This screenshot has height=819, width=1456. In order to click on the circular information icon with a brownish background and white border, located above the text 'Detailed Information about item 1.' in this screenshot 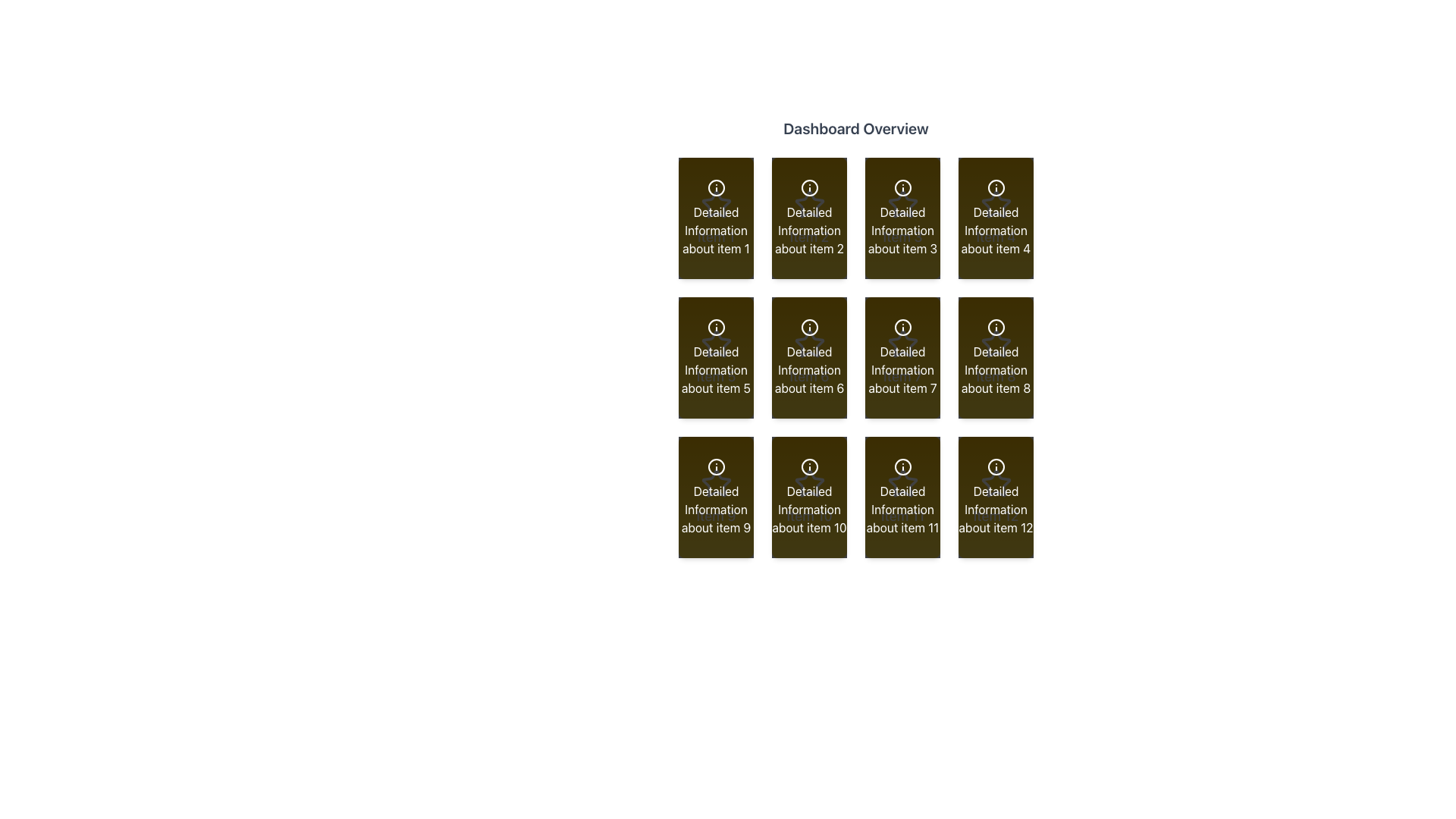, I will do `click(715, 187)`.